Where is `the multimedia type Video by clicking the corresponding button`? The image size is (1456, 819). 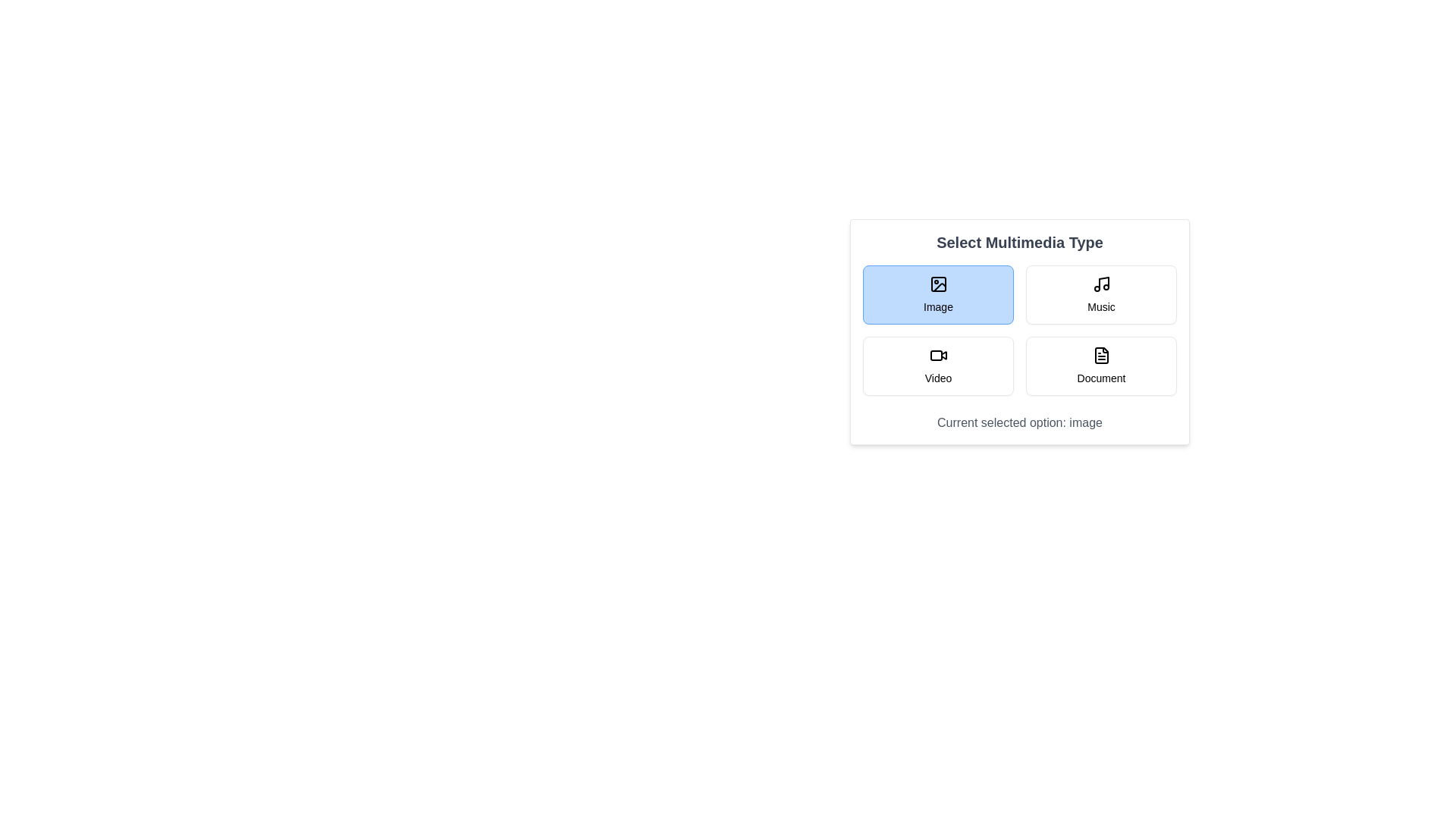
the multimedia type Video by clicking the corresponding button is located at coordinates (937, 366).